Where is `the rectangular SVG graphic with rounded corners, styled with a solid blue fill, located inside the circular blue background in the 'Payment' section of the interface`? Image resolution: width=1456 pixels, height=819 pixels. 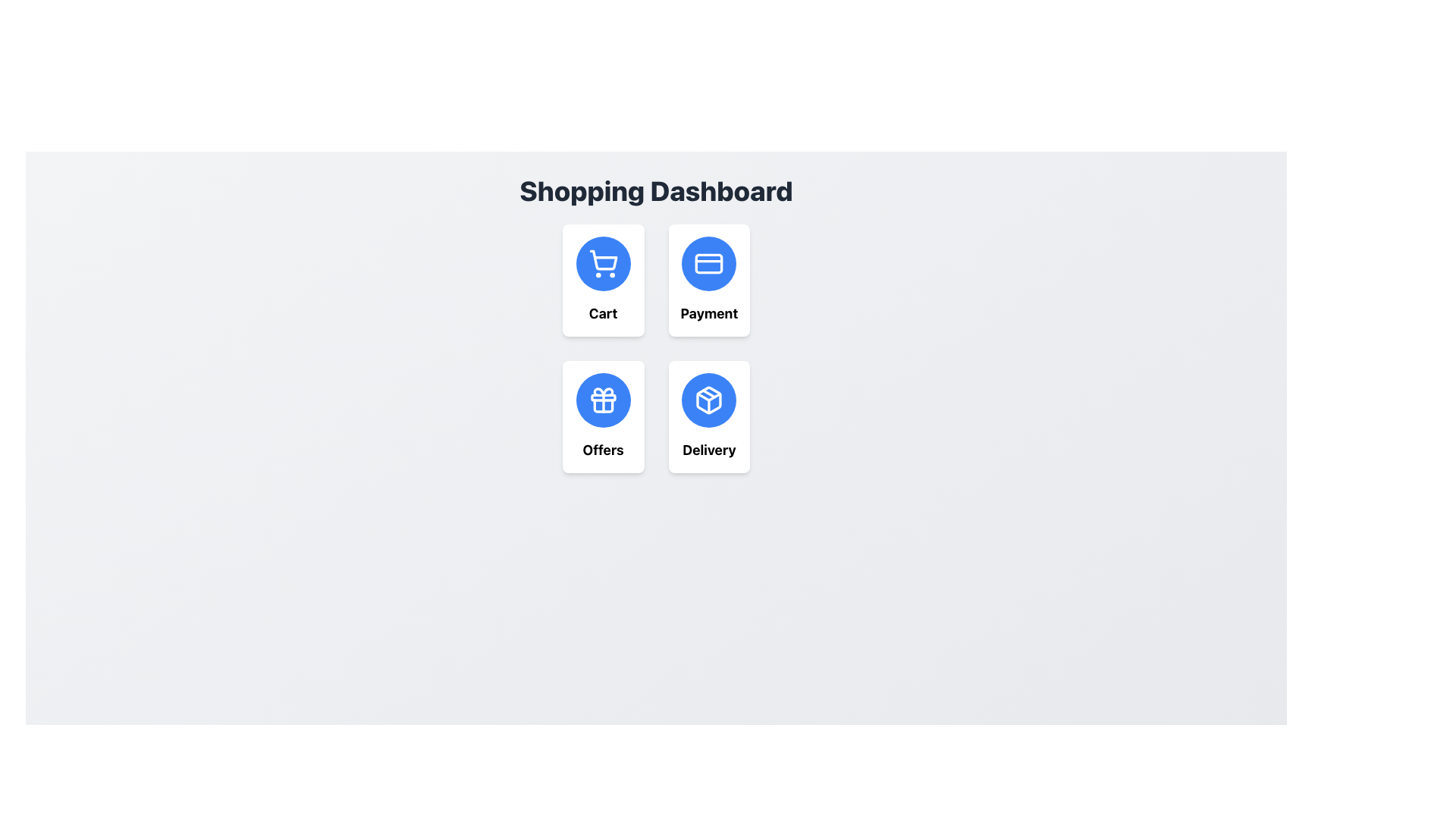
the rectangular SVG graphic with rounded corners, styled with a solid blue fill, located inside the circular blue background in the 'Payment' section of the interface is located at coordinates (708, 262).